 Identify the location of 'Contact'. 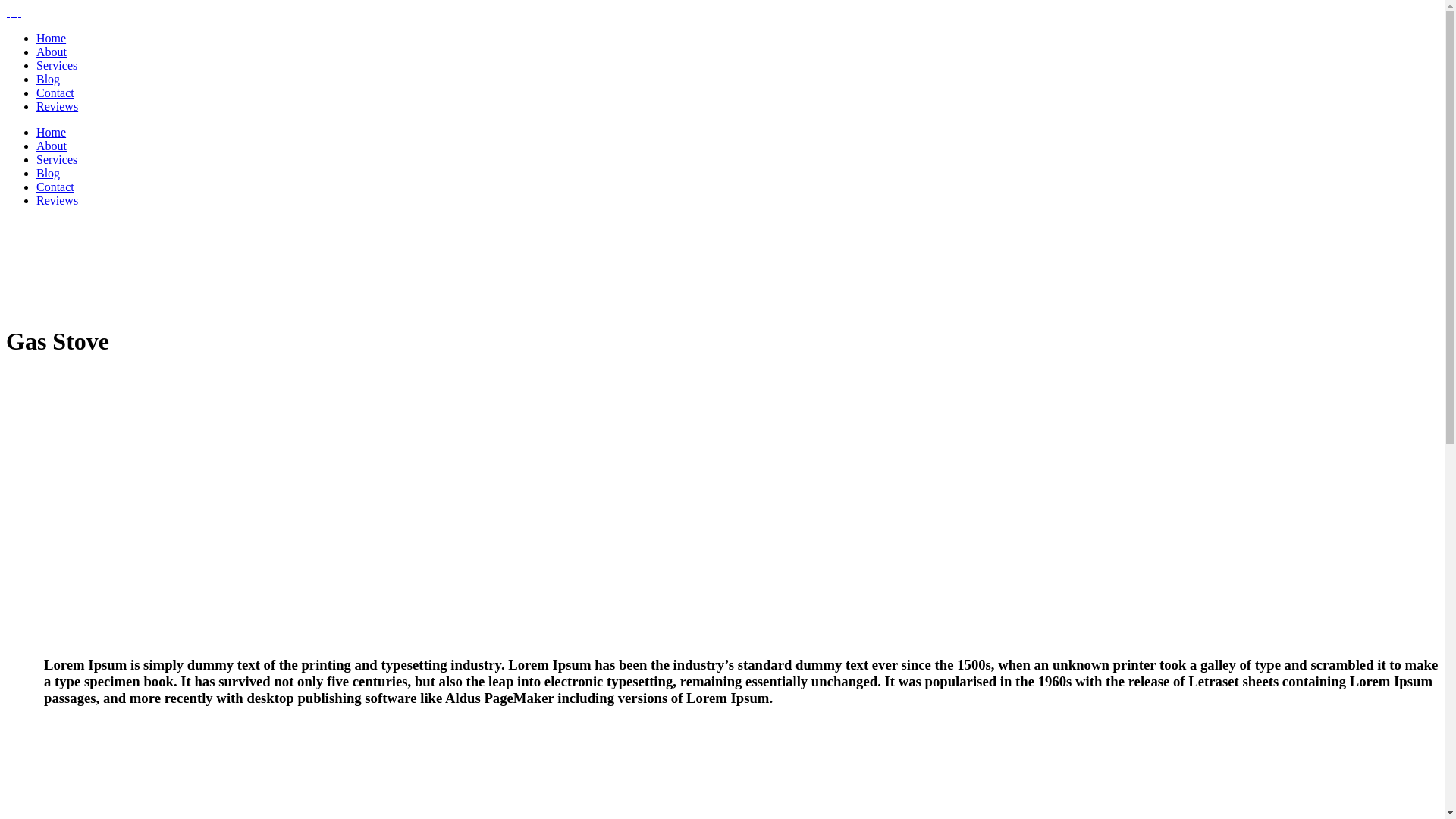
(55, 186).